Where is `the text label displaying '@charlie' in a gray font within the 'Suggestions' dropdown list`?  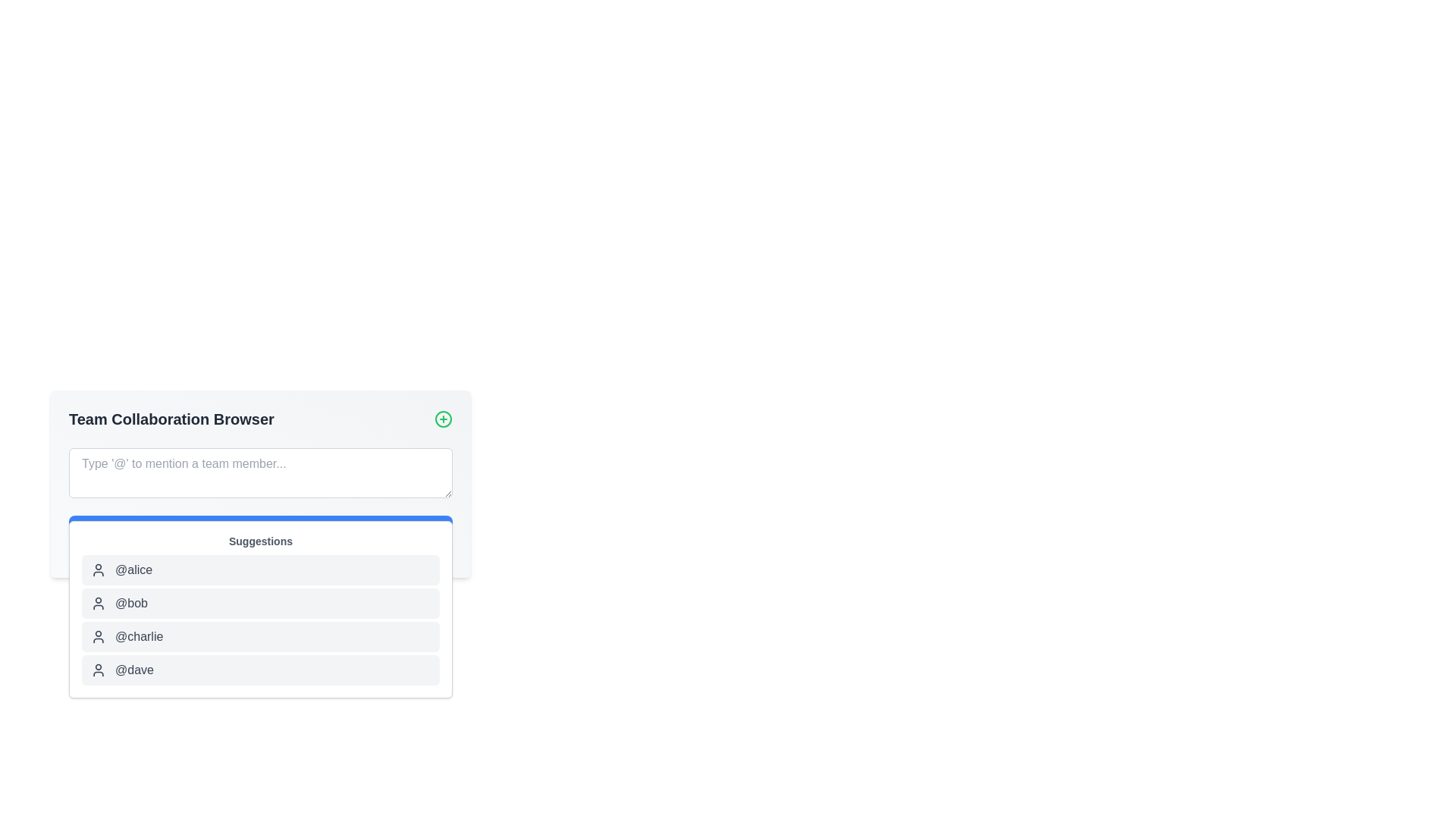
the text label displaying '@charlie' in a gray font within the 'Suggestions' dropdown list is located at coordinates (139, 637).